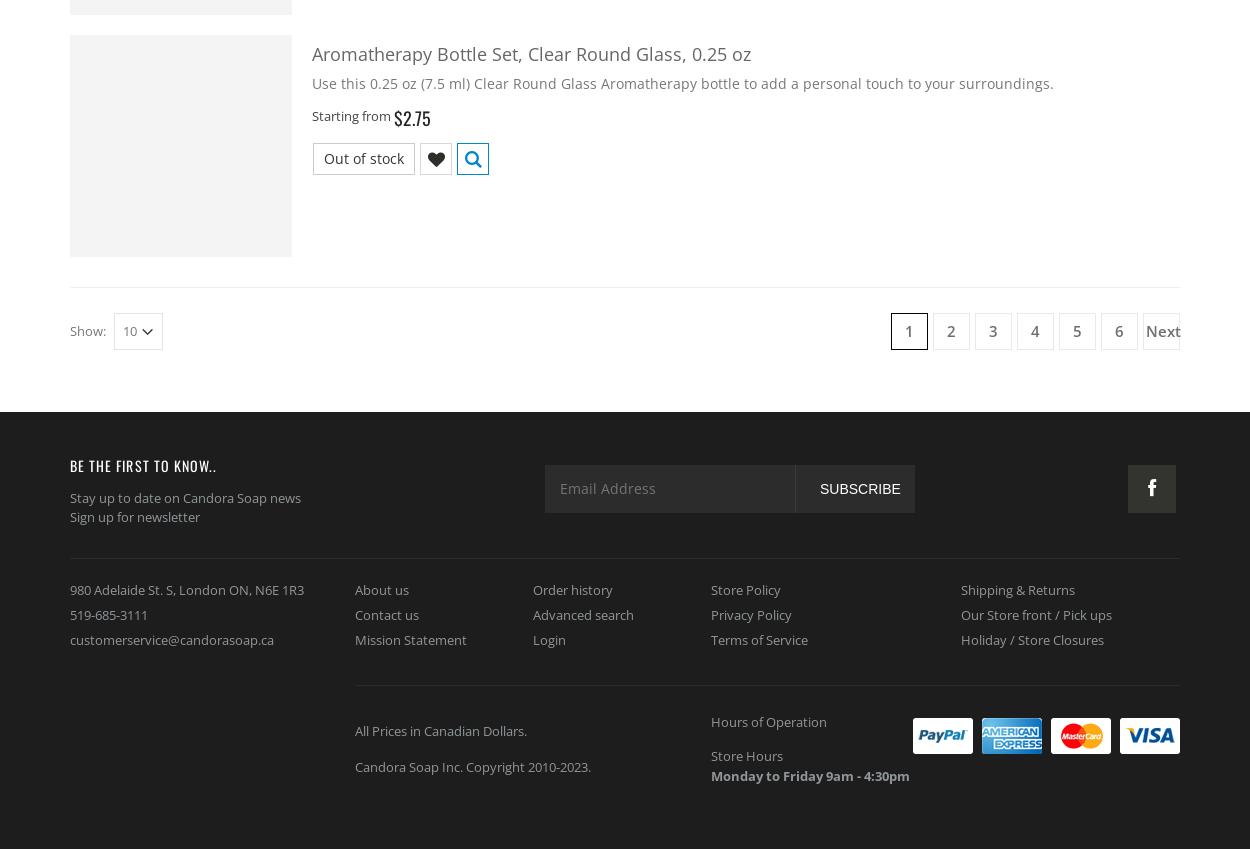 This screenshot has width=1250, height=849. I want to click on 'BE THE FIRST TO KNOW..', so click(143, 464).